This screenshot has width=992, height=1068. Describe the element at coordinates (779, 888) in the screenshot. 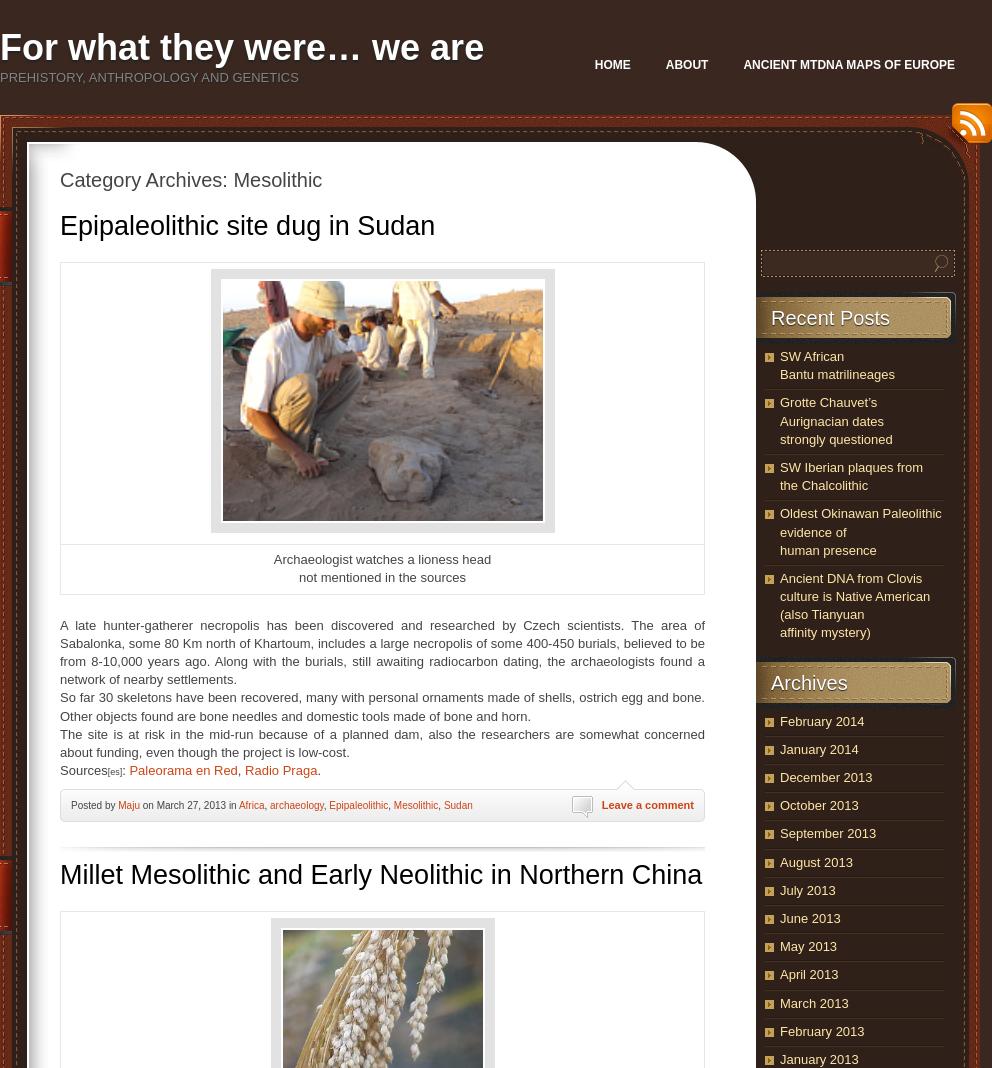

I see `'July 2013'` at that location.